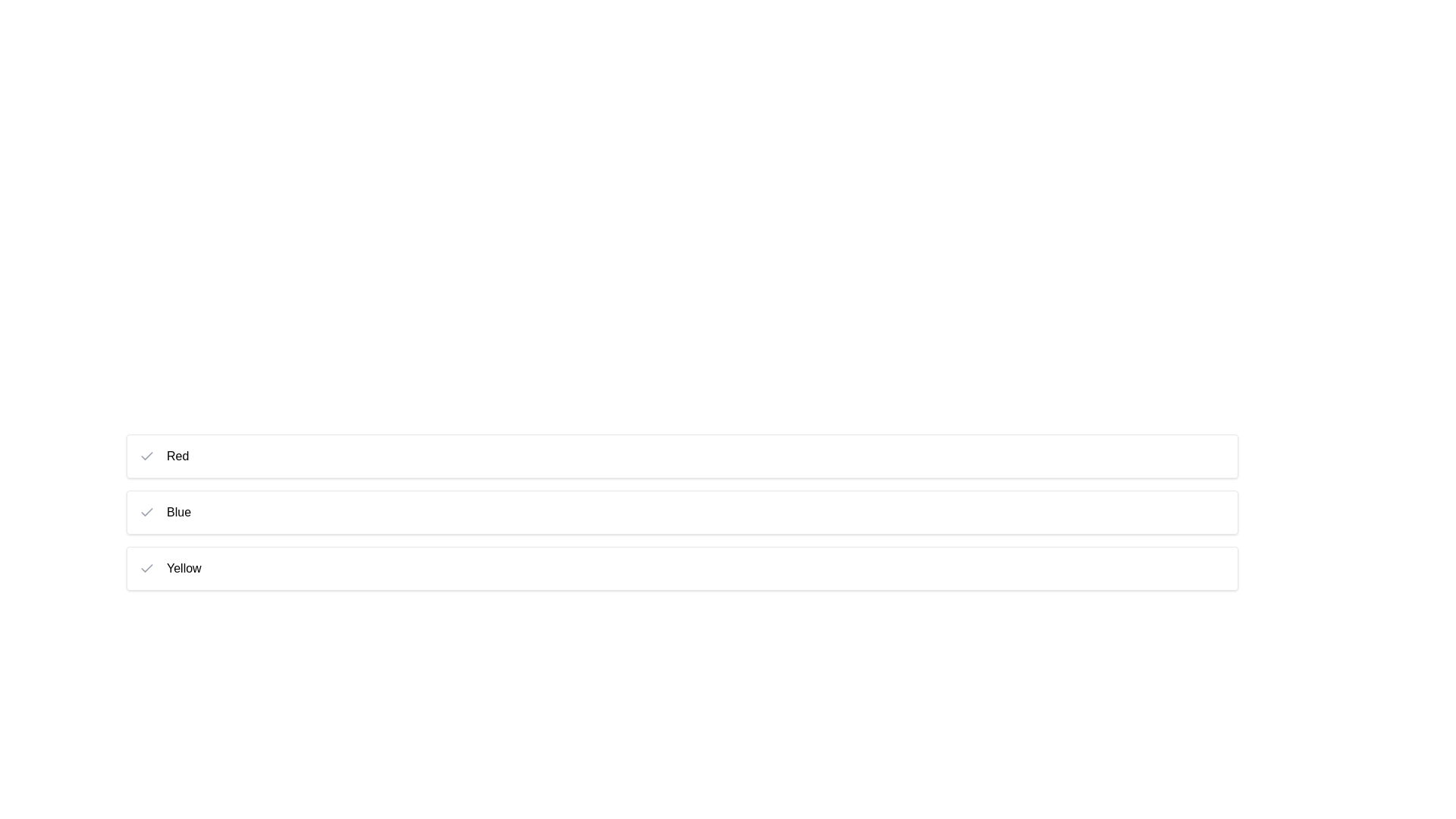 The image size is (1456, 819). Describe the element at coordinates (146, 568) in the screenshot. I see `the checkmark icon located to the left of the text 'Yellow', which is styled with a gray stroke and has a minimalistic design` at that location.